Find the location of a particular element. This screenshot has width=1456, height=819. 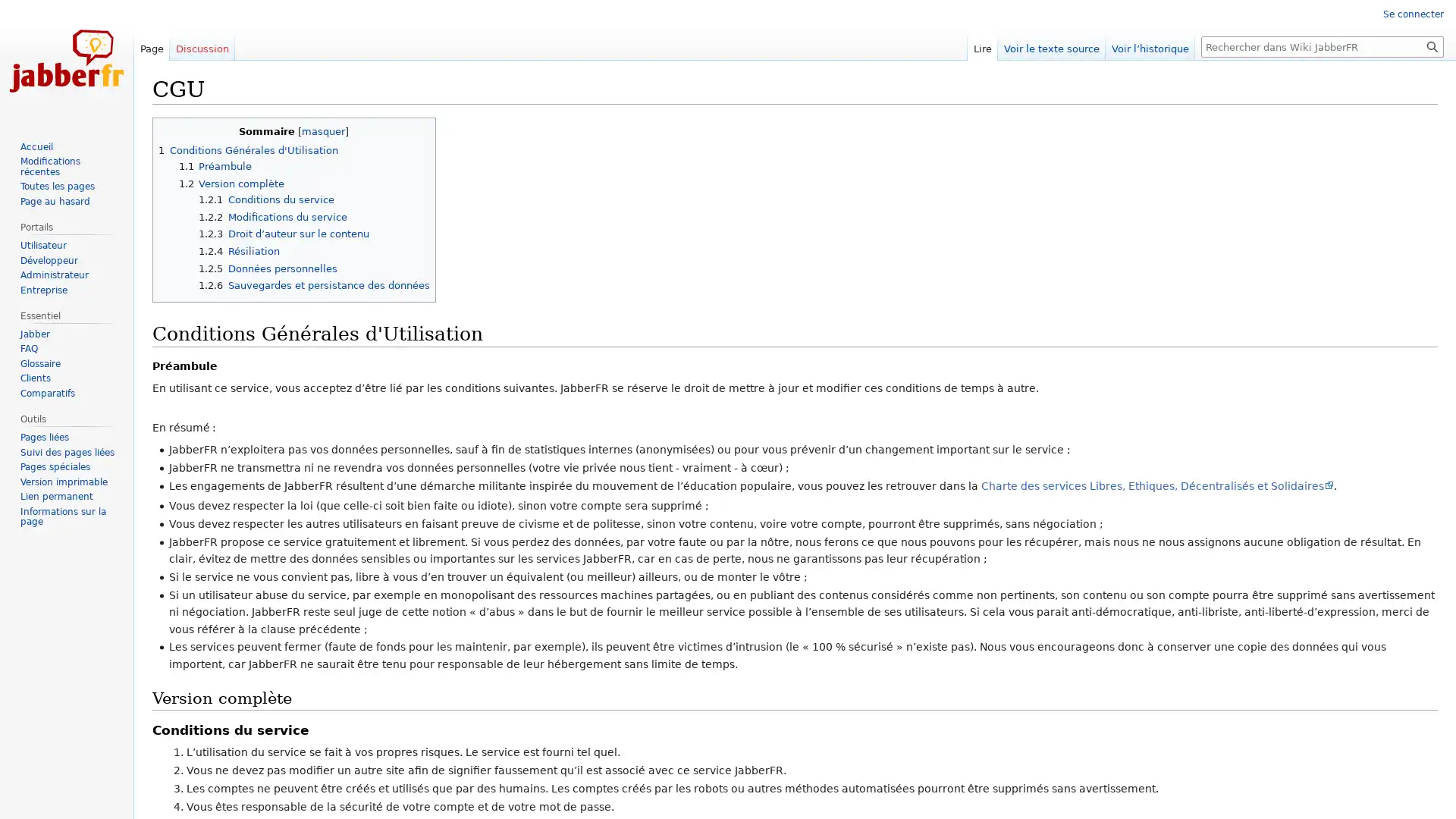

Lire is located at coordinates (1432, 45).